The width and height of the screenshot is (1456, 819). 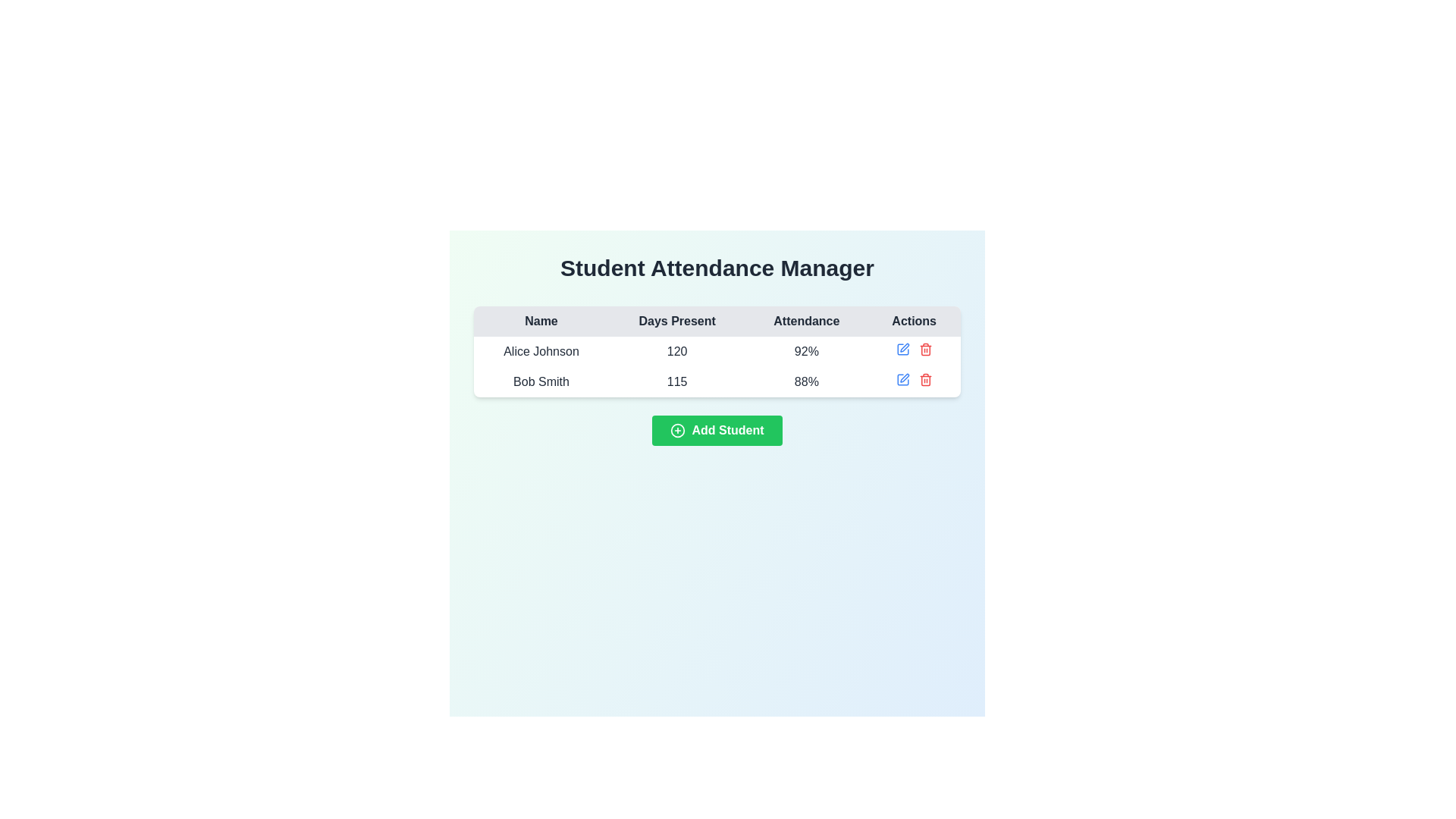 I want to click on the 'Attendance' text label located in the header row of the table, which is the third header between 'Days Present' and 'Actions', so click(x=805, y=321).